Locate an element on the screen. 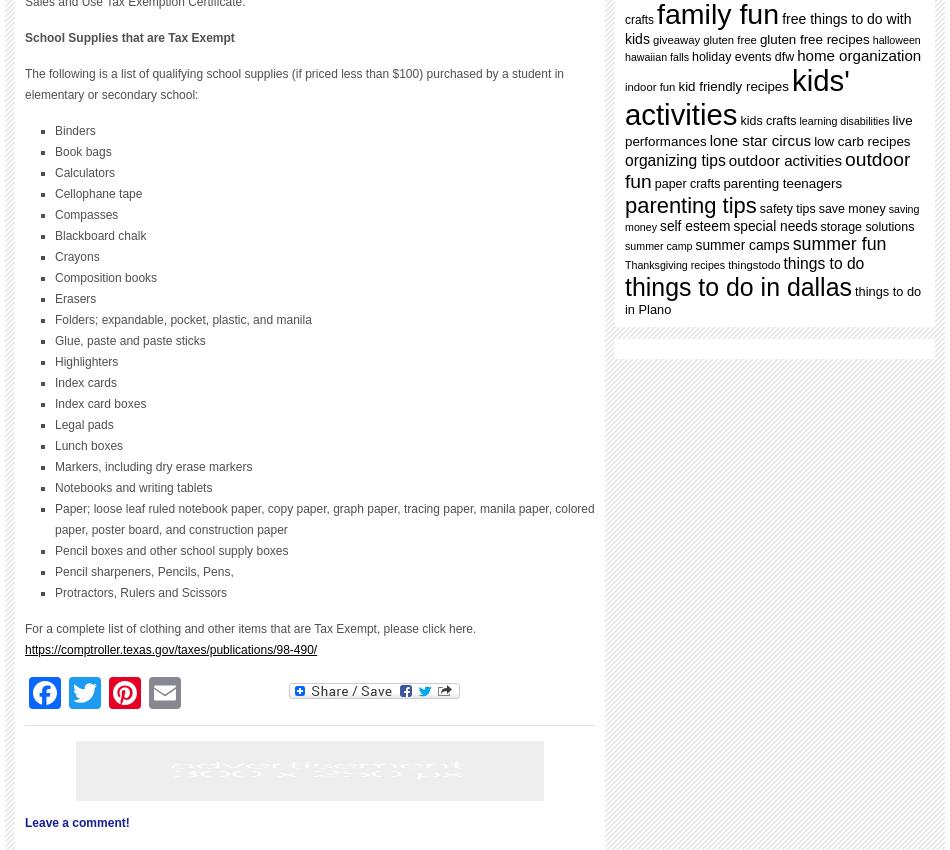  'self esteem' is located at coordinates (695, 226).